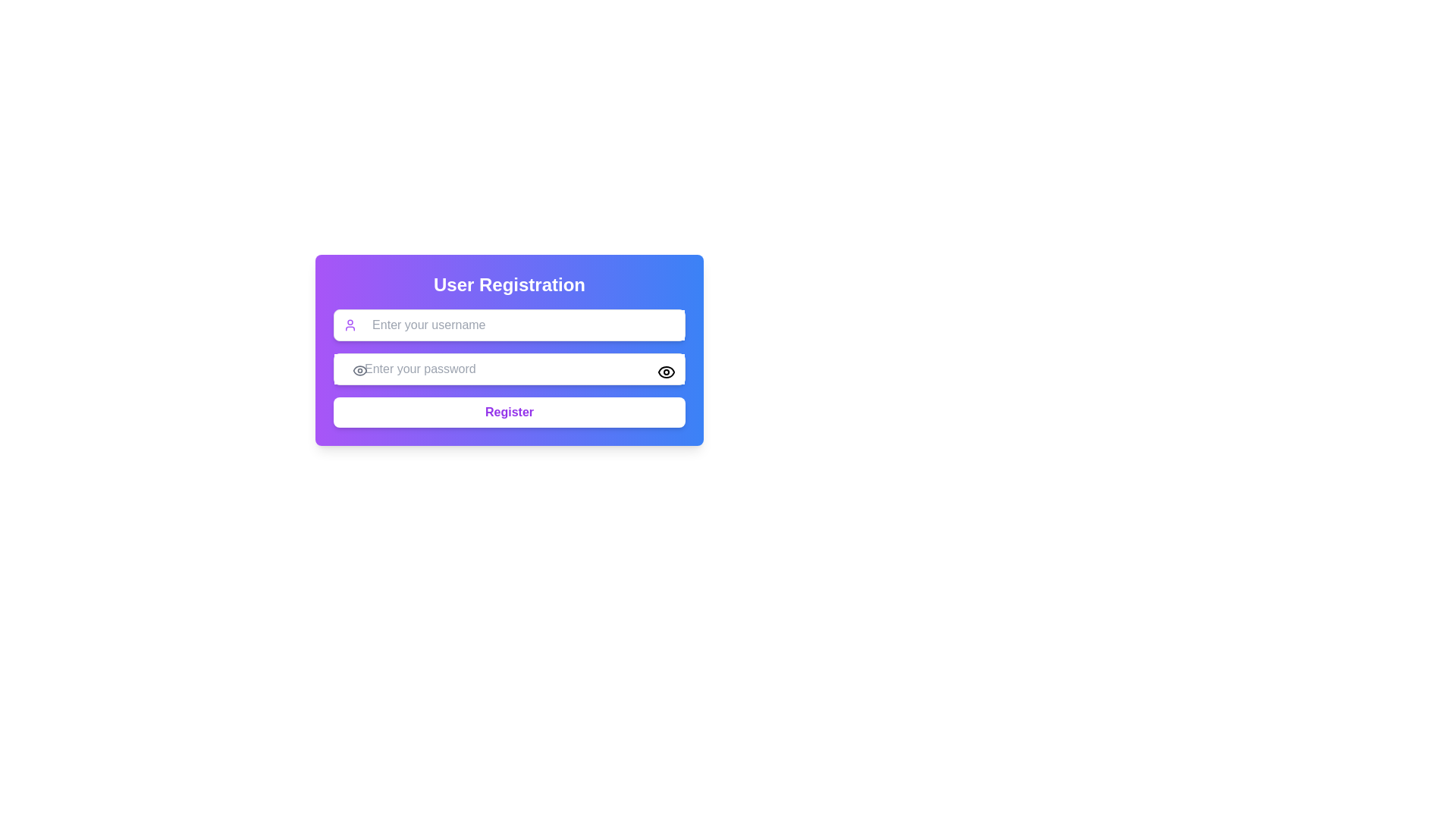 This screenshot has width=1456, height=819. What do you see at coordinates (666, 372) in the screenshot?
I see `the visual representation of the outer segment of the eye icon used for the visibility toggle feature in the 'User Registration' form, located to the right of the 'Enter your password' input field` at bounding box center [666, 372].